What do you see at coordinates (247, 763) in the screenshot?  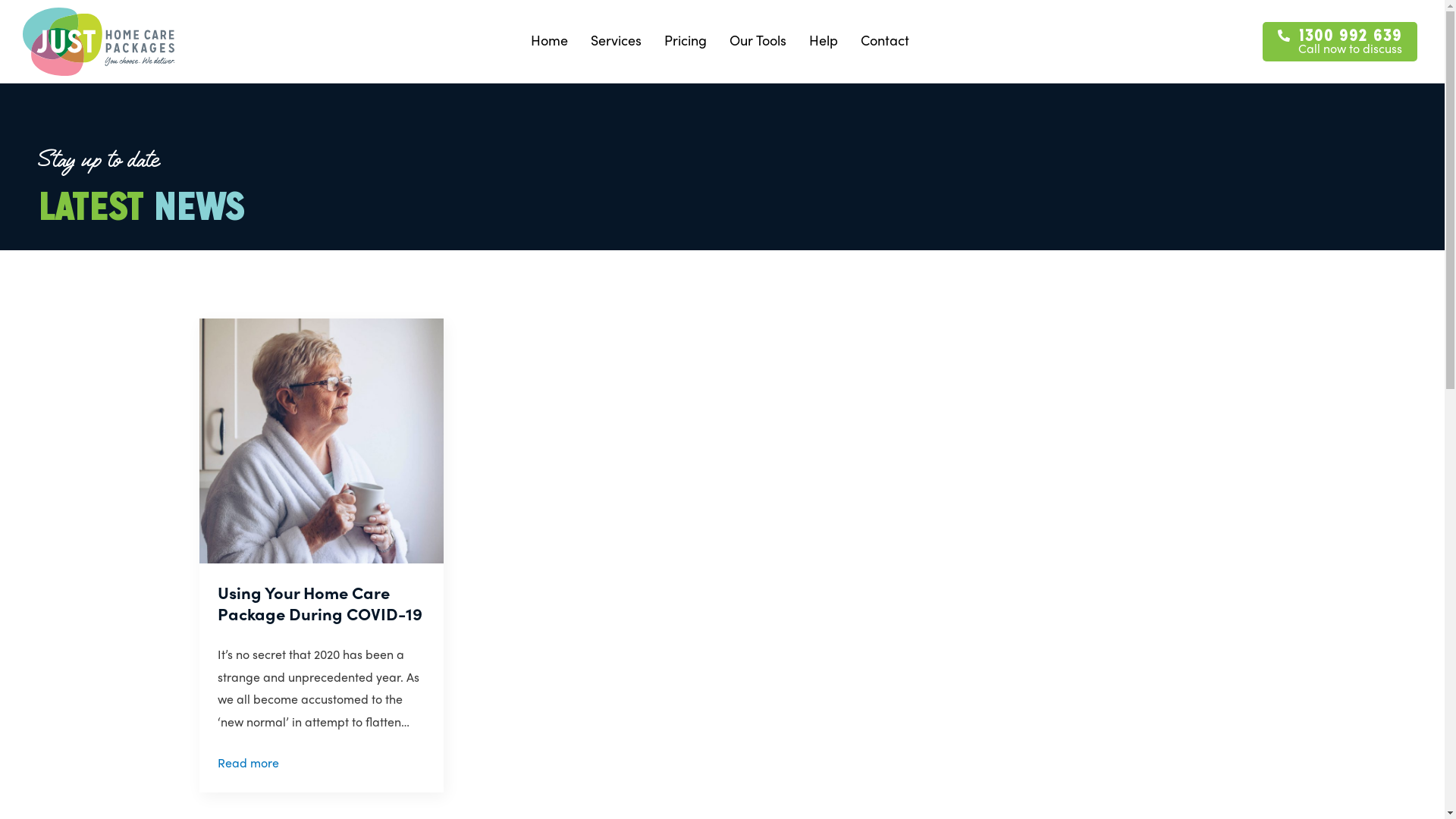 I see `'Read more'` at bounding box center [247, 763].